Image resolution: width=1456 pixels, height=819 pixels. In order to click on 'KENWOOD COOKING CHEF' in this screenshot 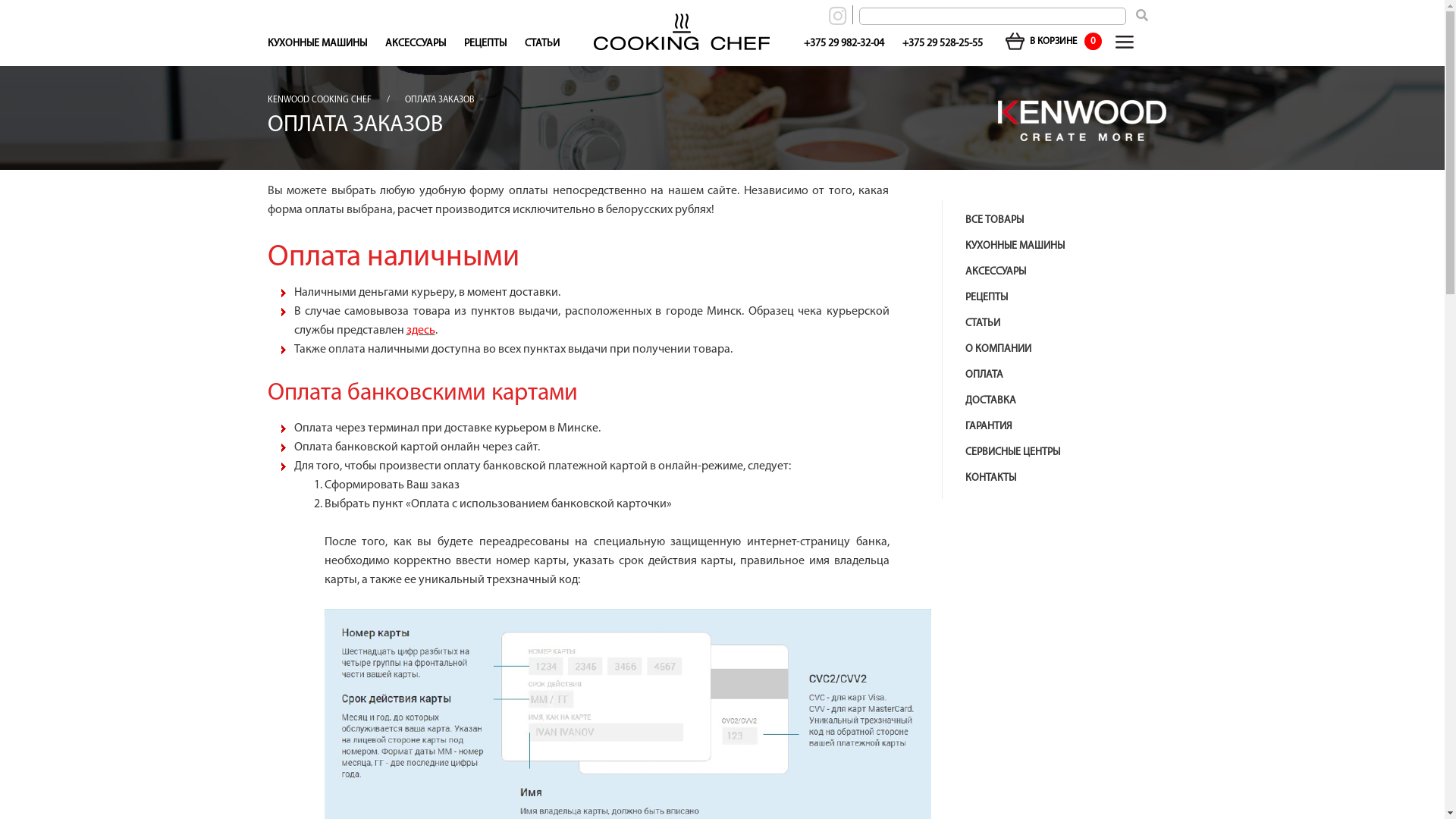, I will do `click(318, 99)`.